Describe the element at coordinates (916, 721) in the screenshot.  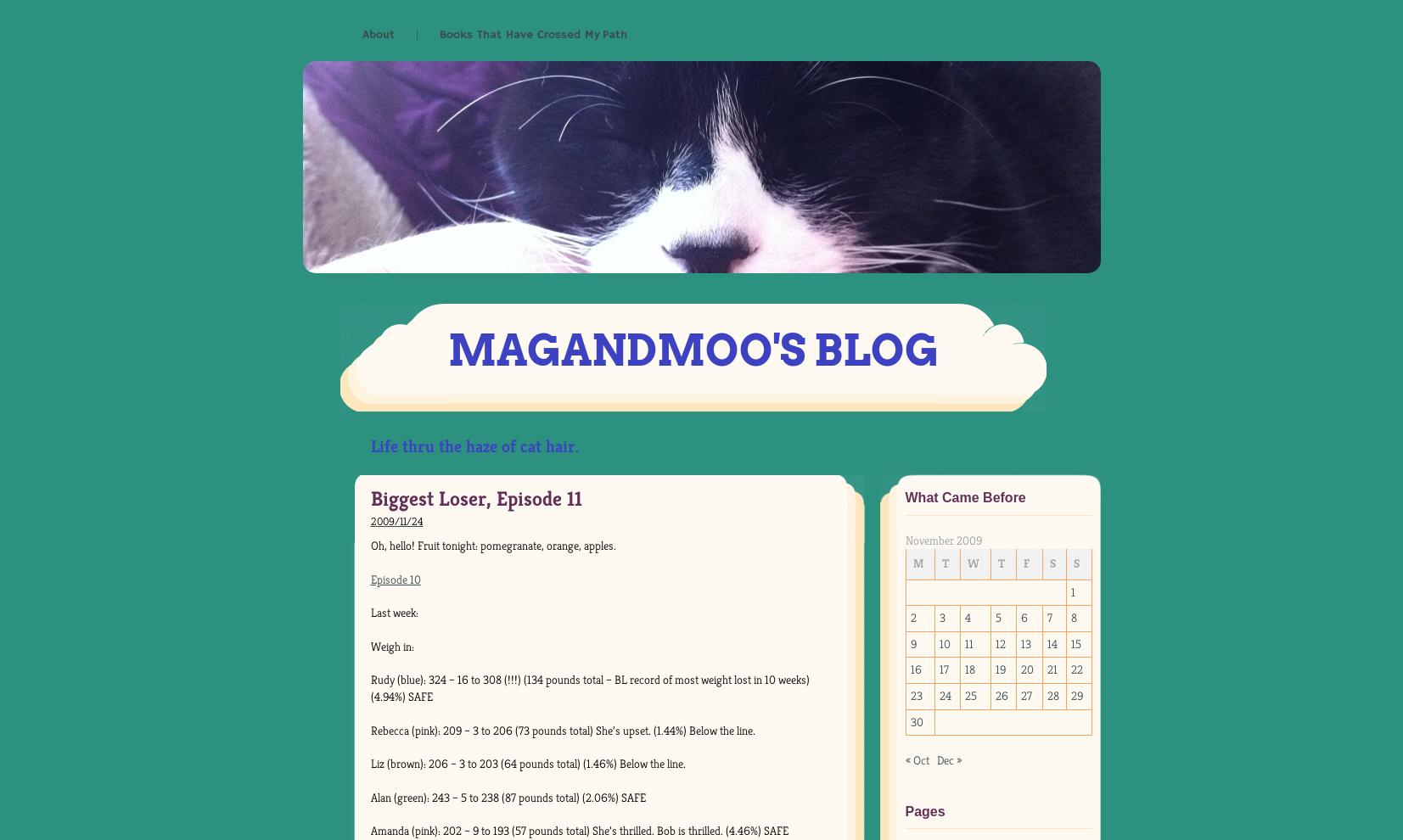
I see `'30'` at that location.